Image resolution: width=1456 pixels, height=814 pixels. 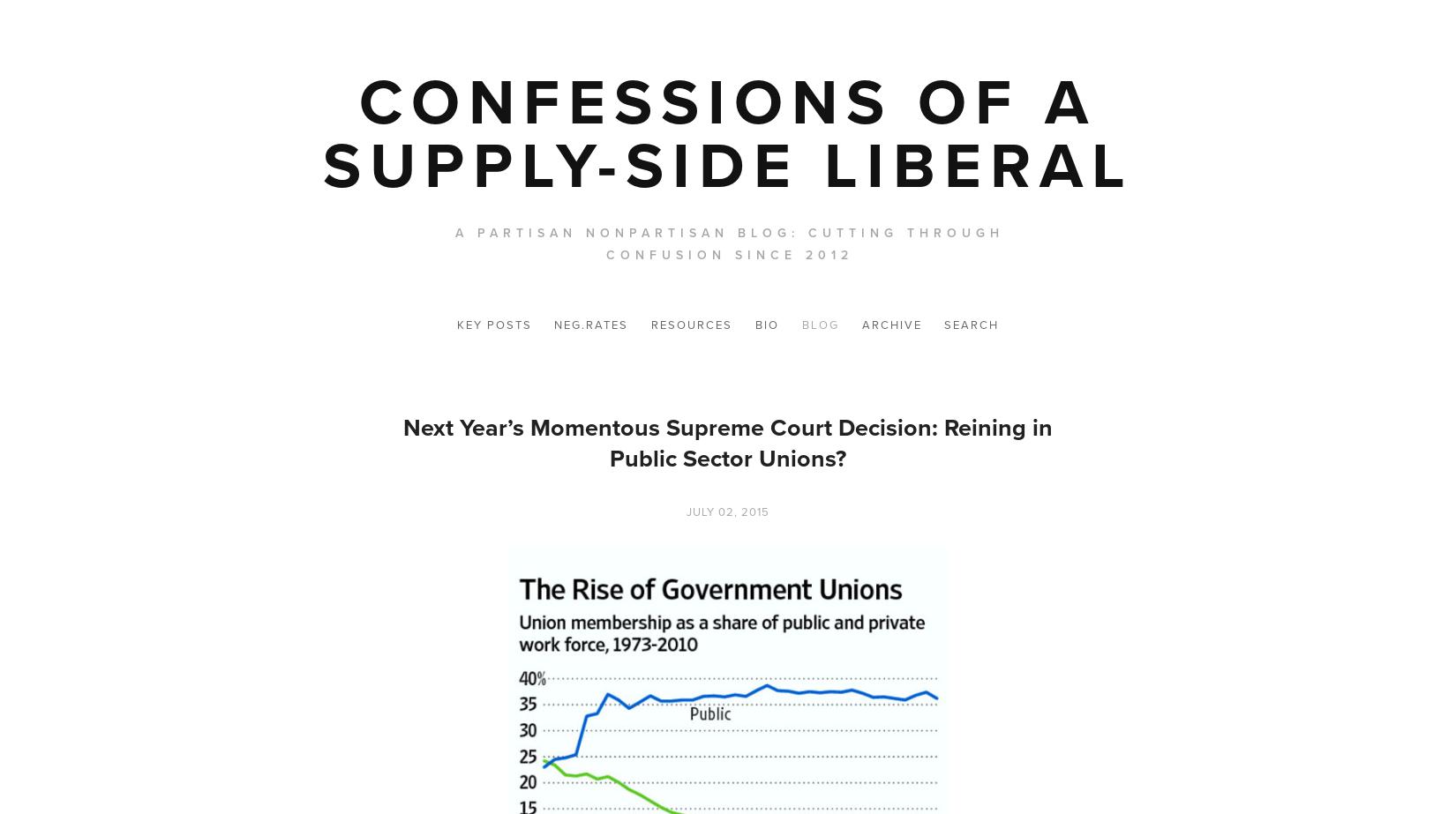 I want to click on 'Resources', so click(x=691, y=325).